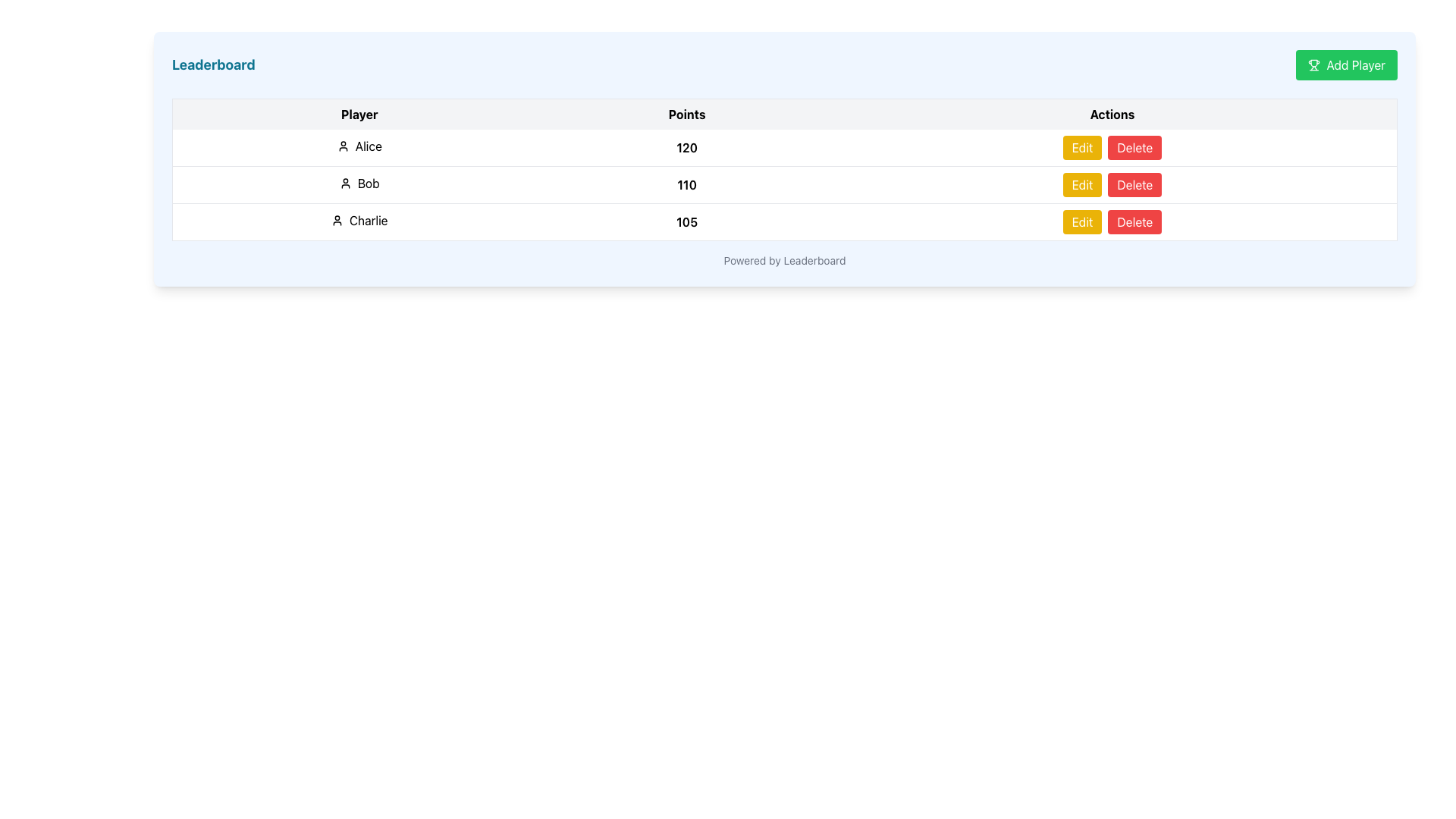 The width and height of the screenshot is (1456, 819). Describe the element at coordinates (1081, 222) in the screenshot. I see `the edit button located in the 'Actions' column of the third row in the table to initiate the edit action` at that location.